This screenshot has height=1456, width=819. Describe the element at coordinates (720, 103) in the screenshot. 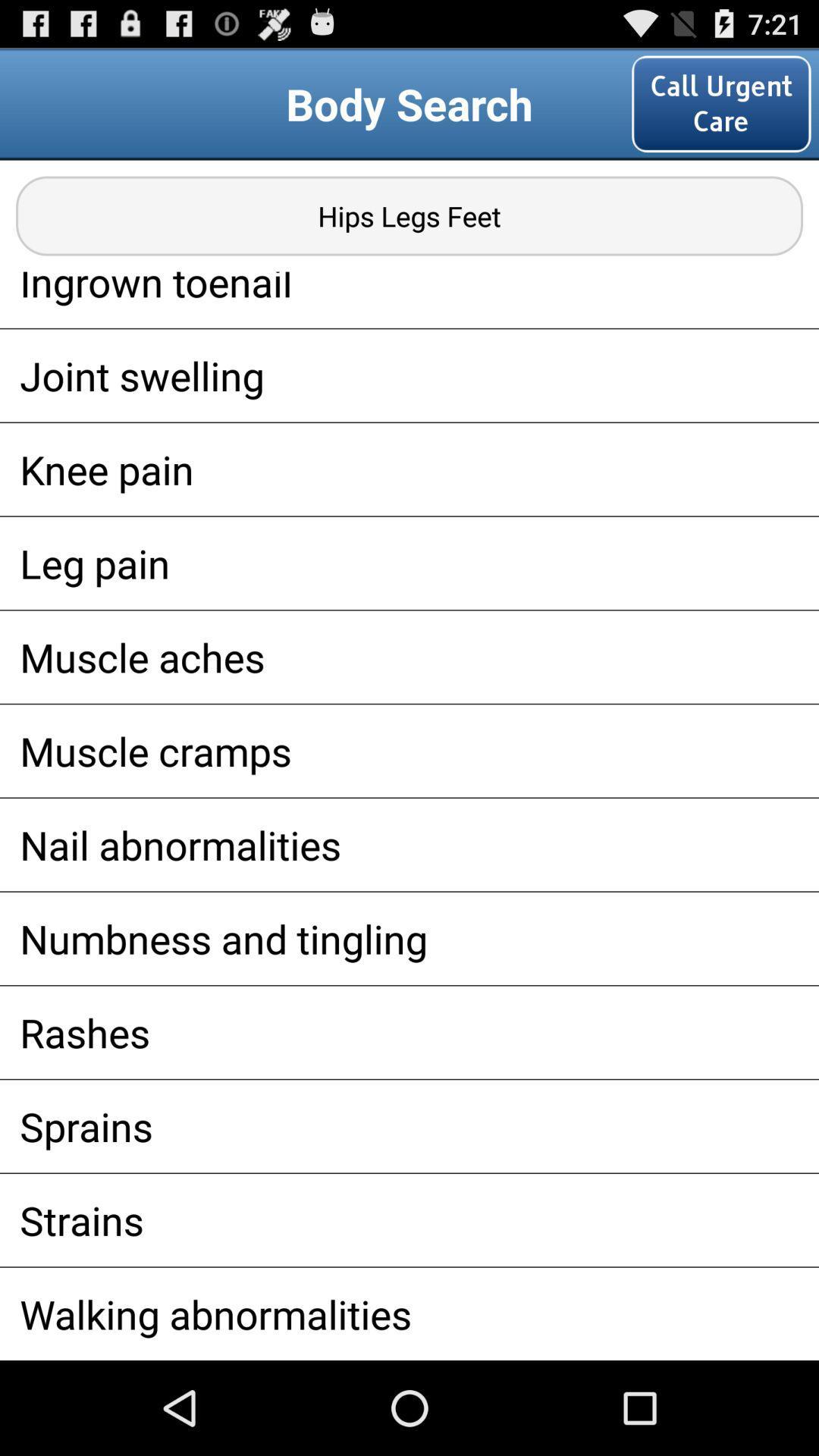

I see `item at the top right corner` at that location.